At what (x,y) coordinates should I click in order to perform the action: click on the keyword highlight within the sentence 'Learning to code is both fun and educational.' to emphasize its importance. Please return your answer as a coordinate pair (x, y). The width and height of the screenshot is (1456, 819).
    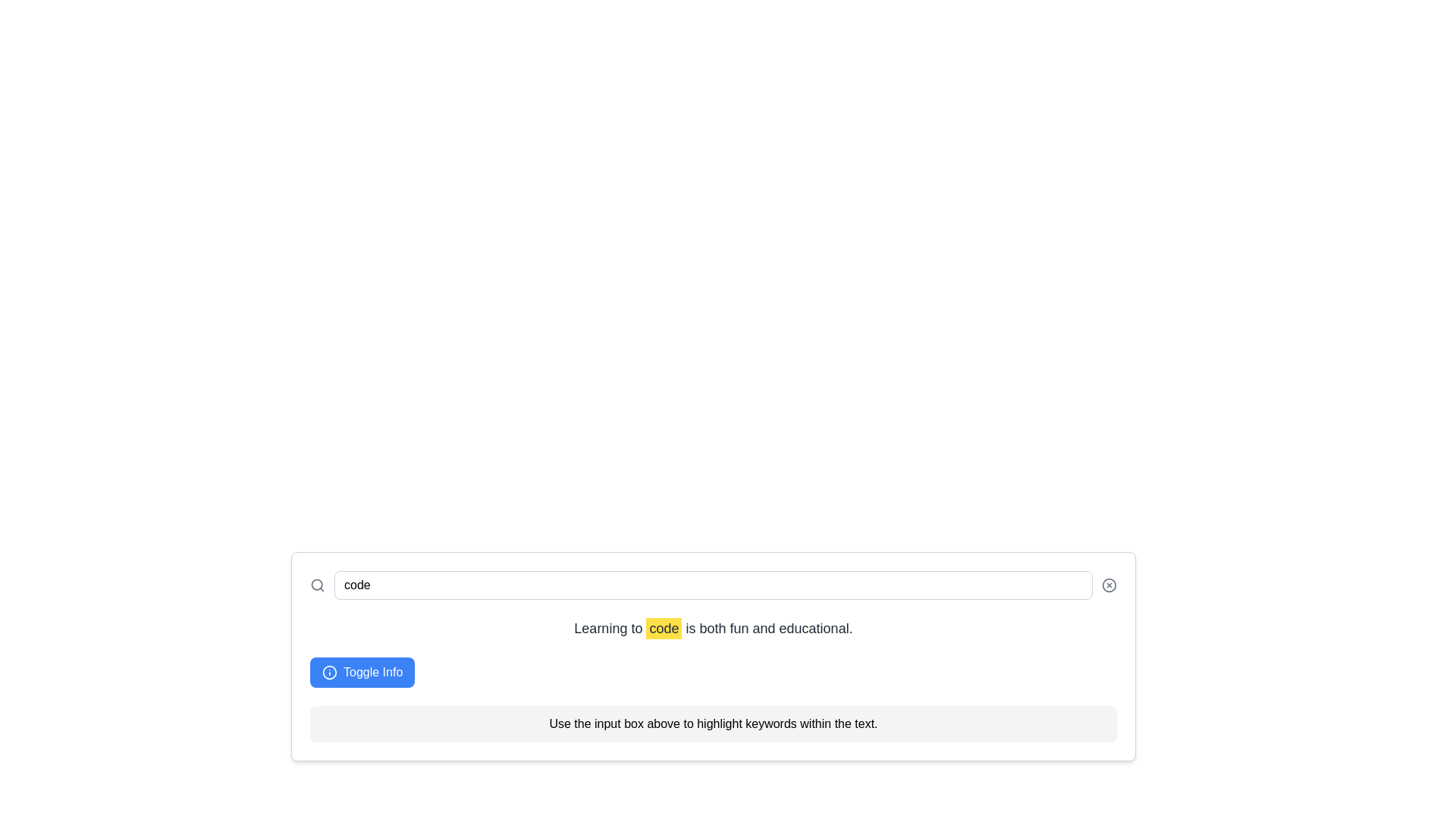
    Looking at the image, I should click on (664, 629).